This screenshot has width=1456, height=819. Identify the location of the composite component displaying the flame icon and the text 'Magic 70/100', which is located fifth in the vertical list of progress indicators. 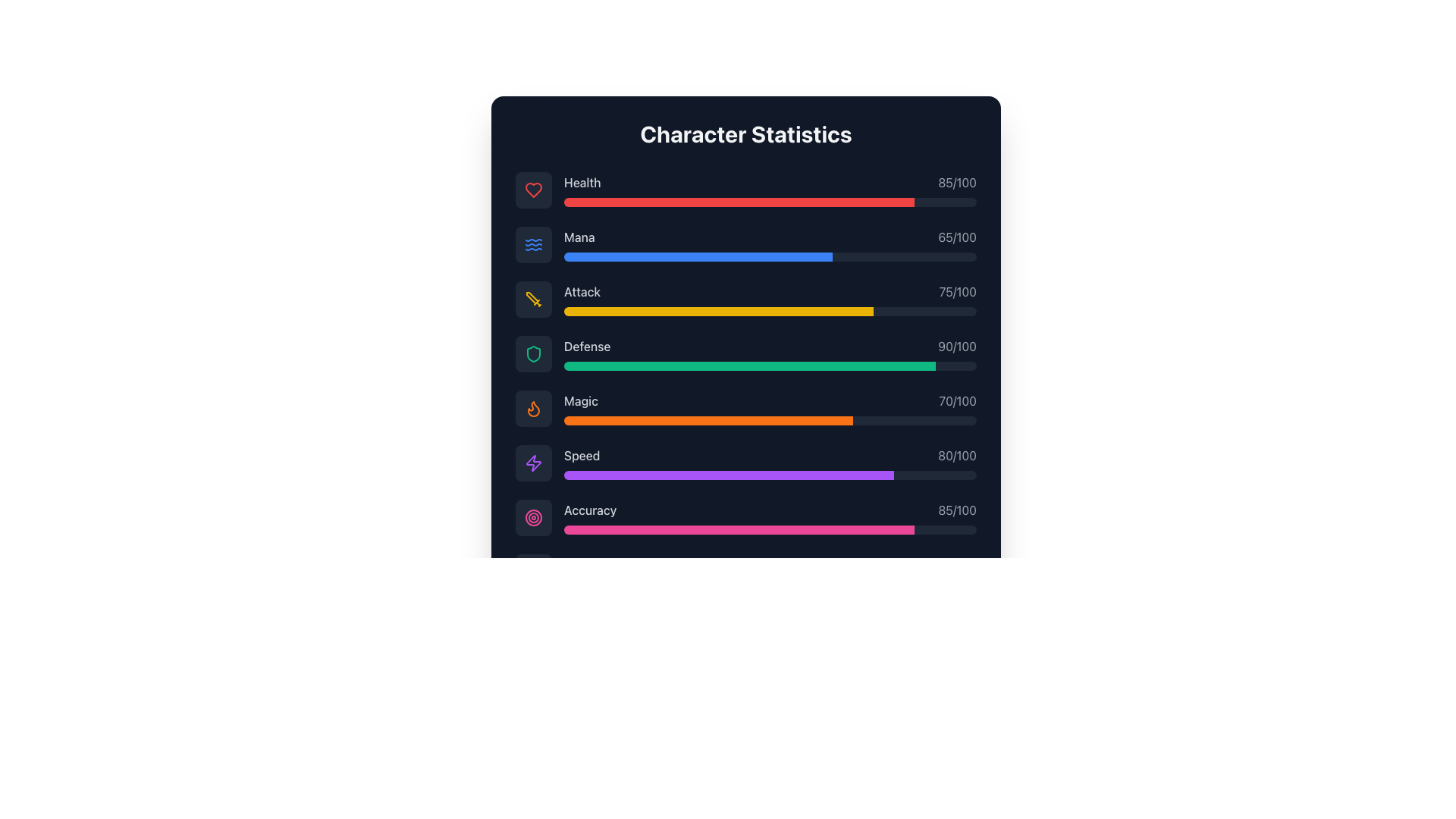
(745, 408).